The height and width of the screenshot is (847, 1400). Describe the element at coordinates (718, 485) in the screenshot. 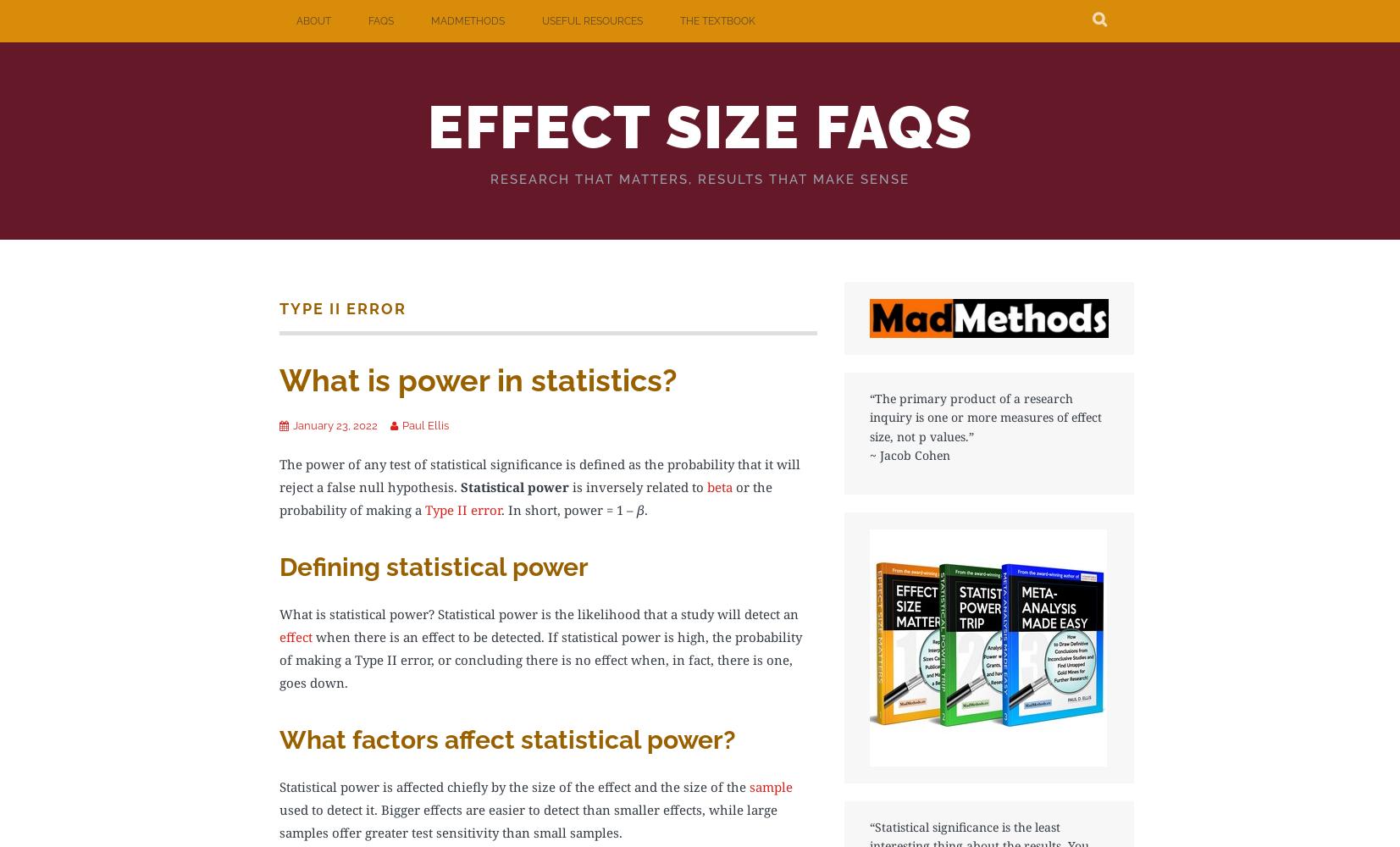

I see `'beta'` at that location.